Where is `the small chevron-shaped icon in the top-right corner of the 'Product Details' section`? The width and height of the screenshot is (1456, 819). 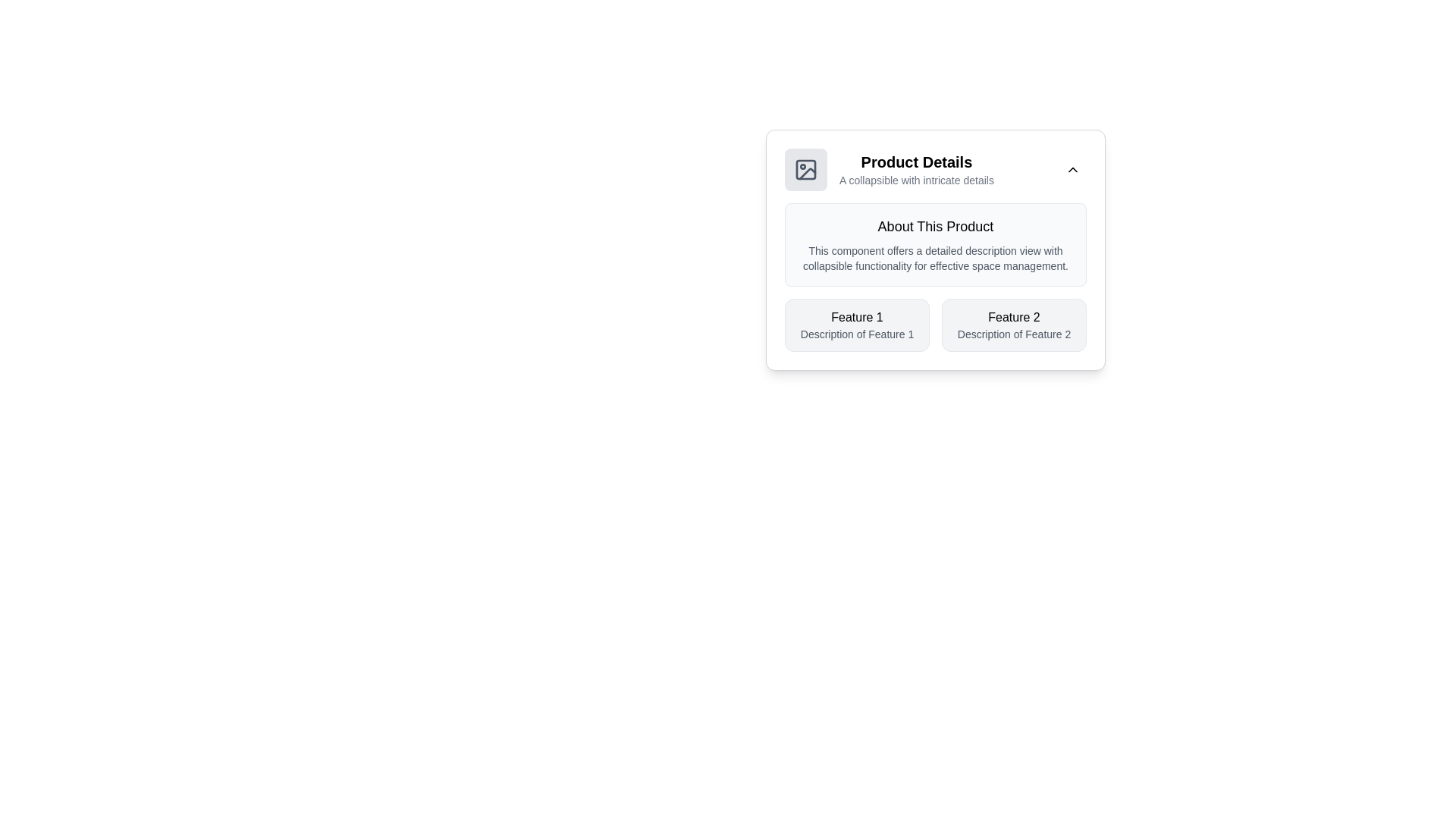 the small chevron-shaped icon in the top-right corner of the 'Product Details' section is located at coordinates (1072, 169).